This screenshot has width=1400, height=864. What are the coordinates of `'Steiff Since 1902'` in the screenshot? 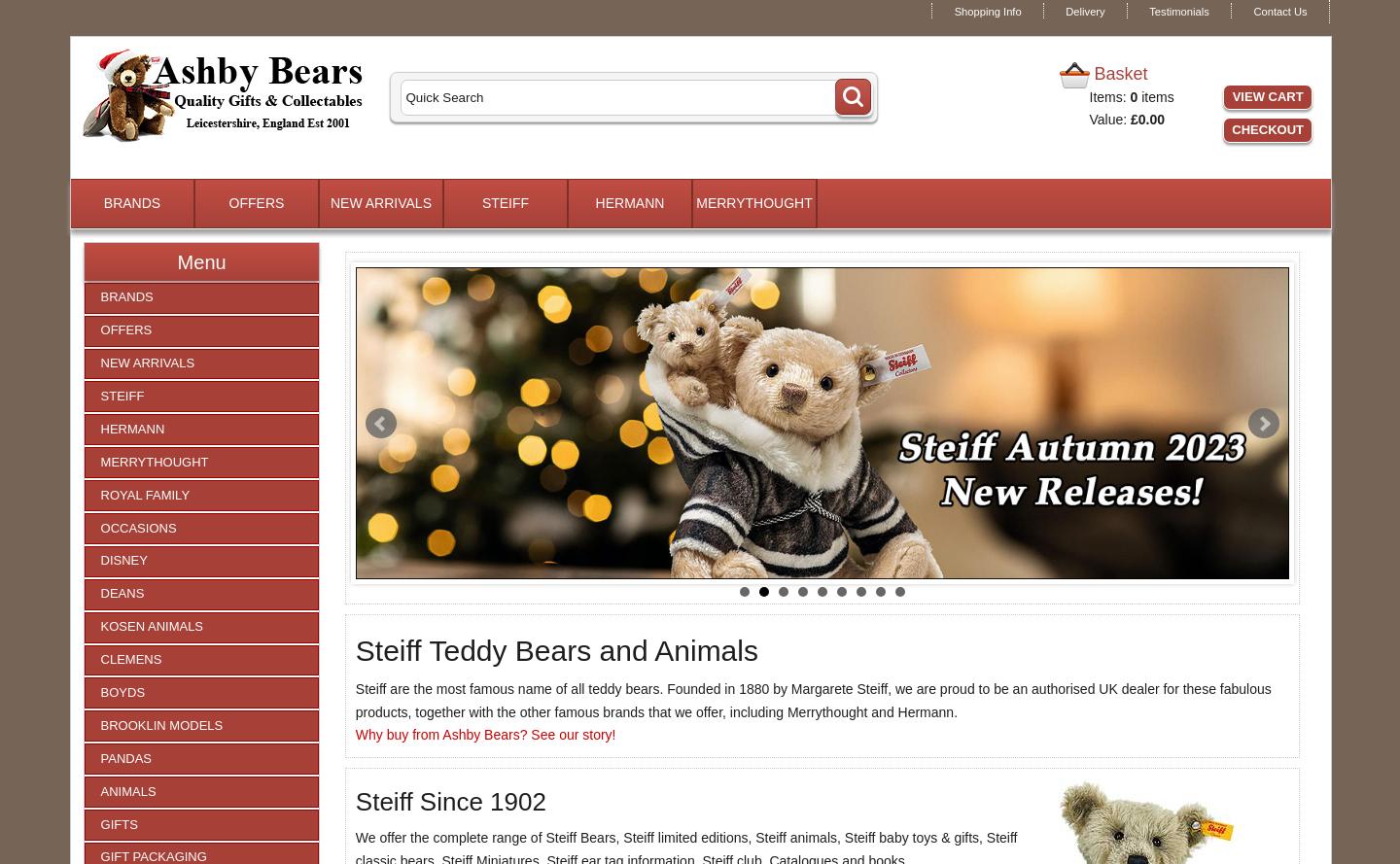 It's located at (449, 801).